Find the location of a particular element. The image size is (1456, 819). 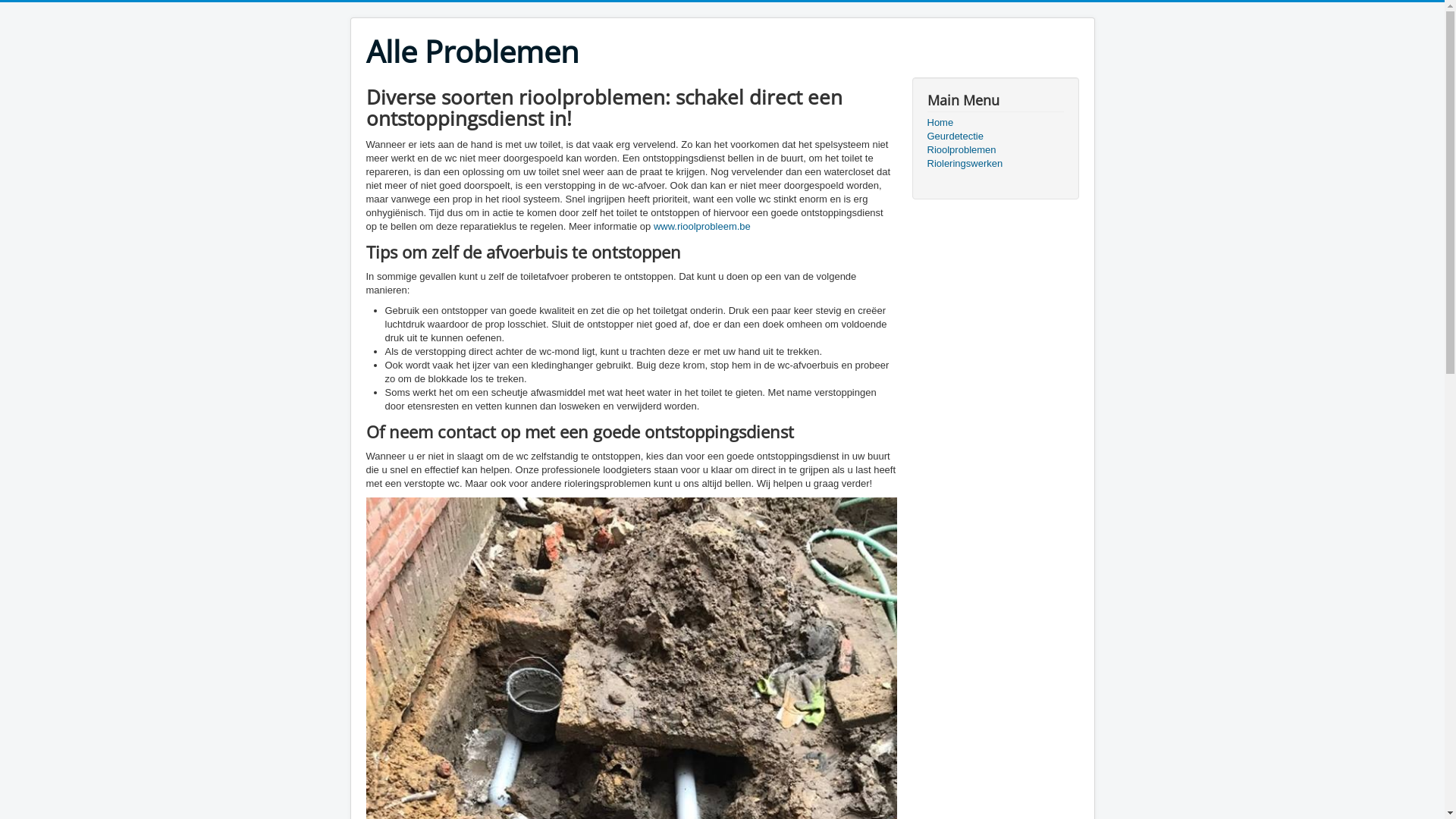

'Geurdetectie' is located at coordinates (994, 136).